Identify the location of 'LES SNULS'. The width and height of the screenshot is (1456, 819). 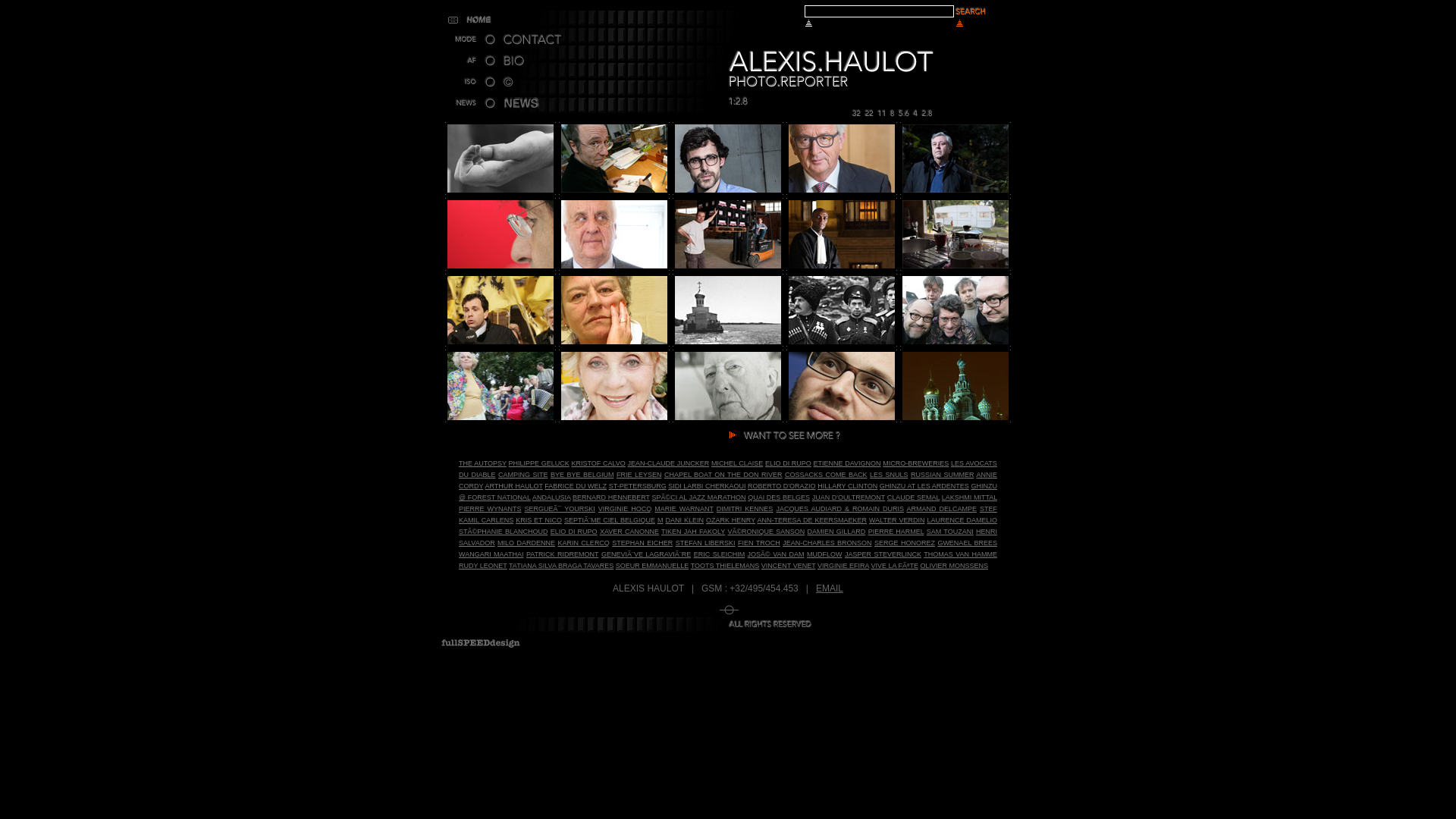
(889, 473).